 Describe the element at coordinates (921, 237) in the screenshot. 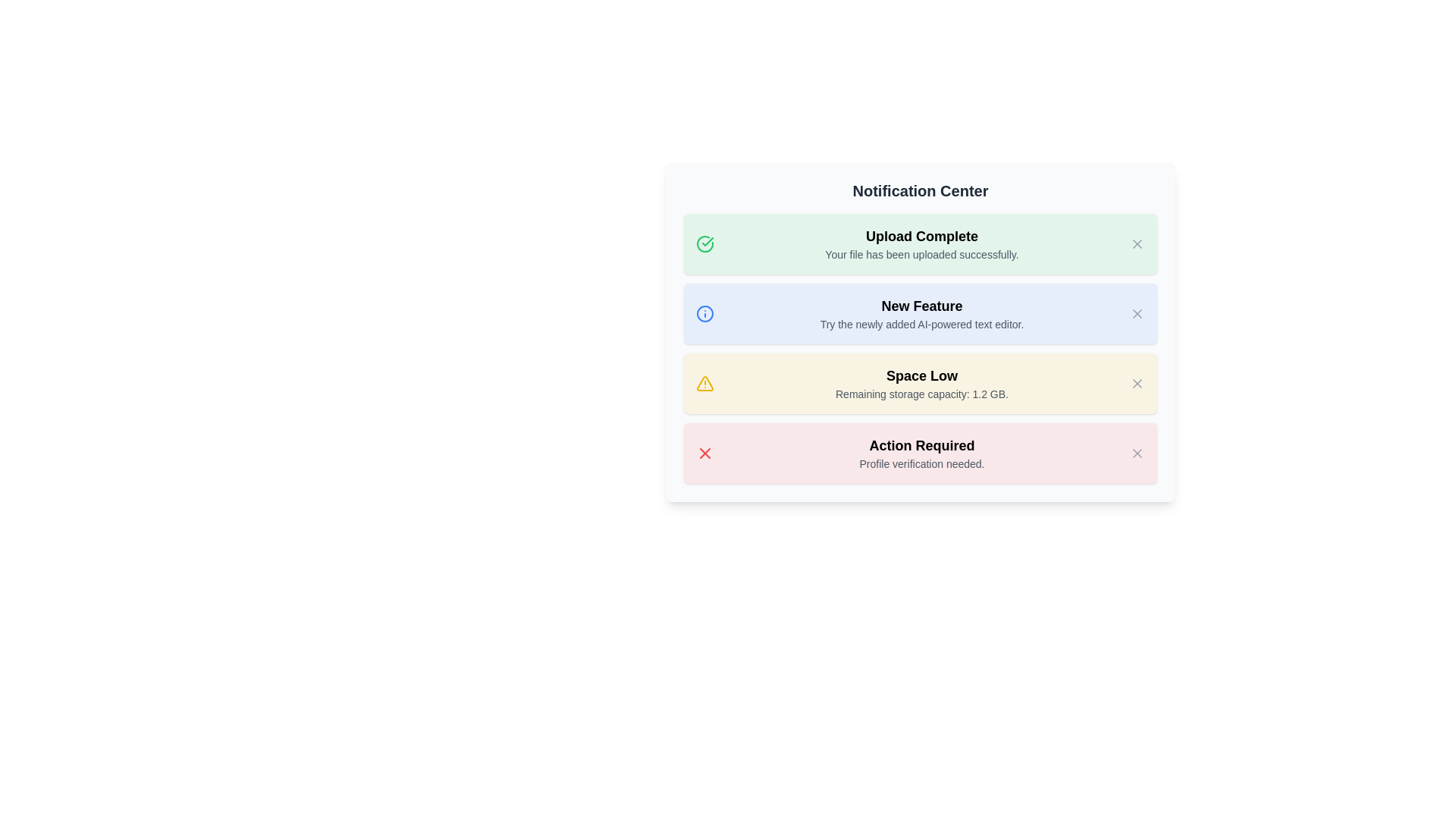

I see `heading text label in the notification card that indicates the completion of an upload operation, located at the top segment of the 'Notification Center'` at that location.